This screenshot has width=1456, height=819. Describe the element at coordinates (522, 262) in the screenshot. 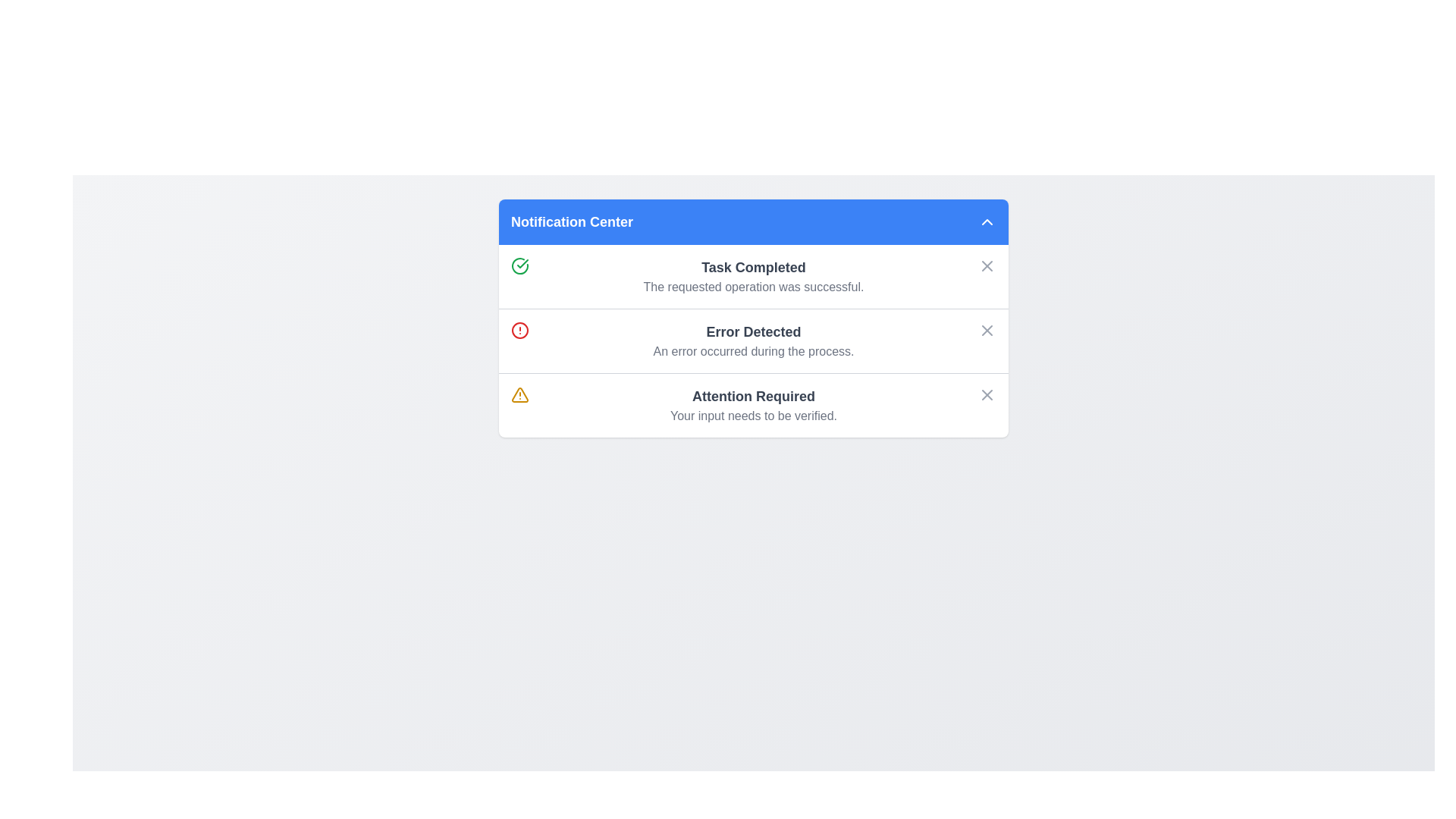

I see `the green check mark icon in the notification center that indicates success, located to the left of the 'Task Completed' text` at that location.